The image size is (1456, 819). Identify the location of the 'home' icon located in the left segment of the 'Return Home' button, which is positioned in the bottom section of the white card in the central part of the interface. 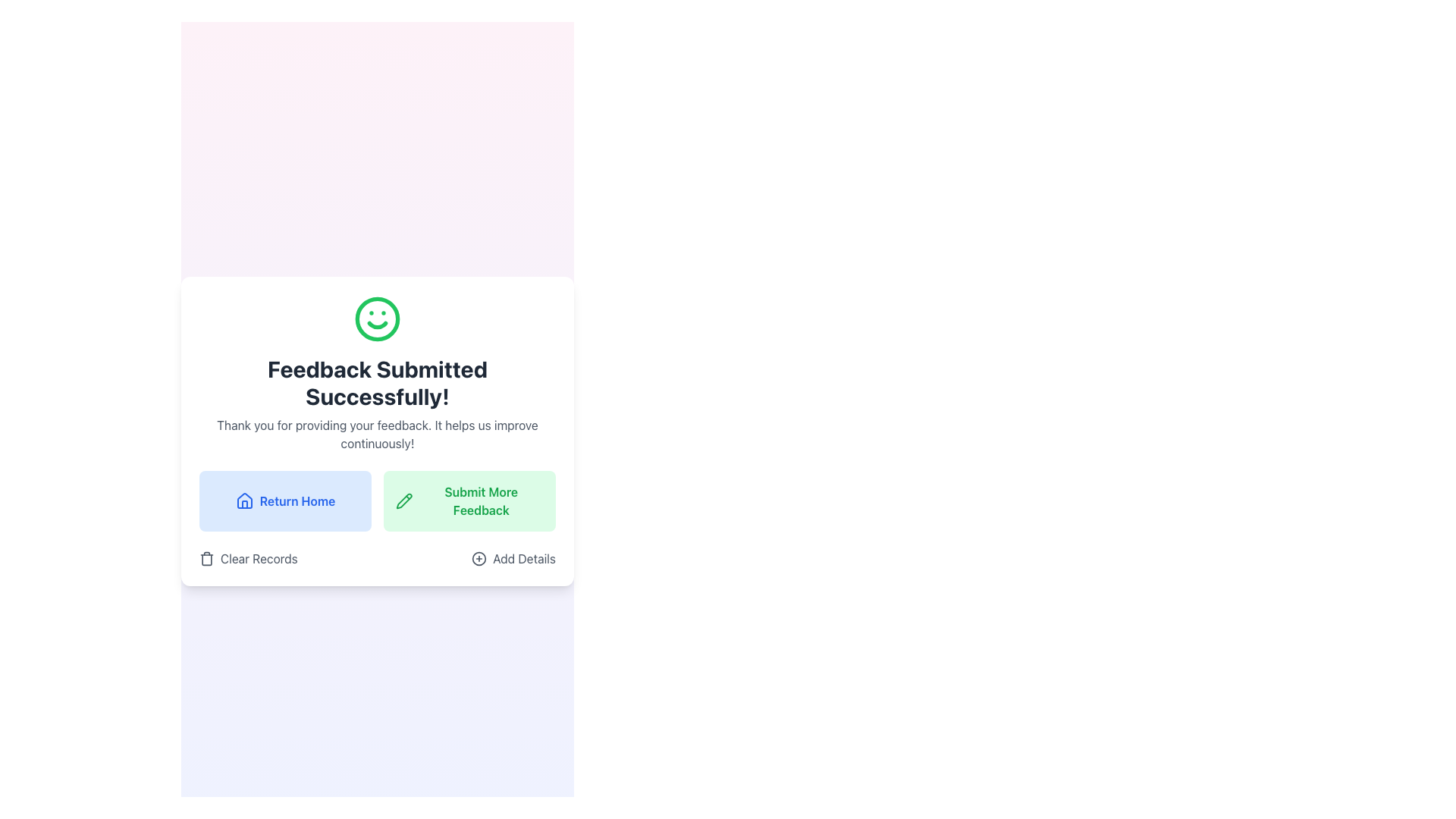
(244, 500).